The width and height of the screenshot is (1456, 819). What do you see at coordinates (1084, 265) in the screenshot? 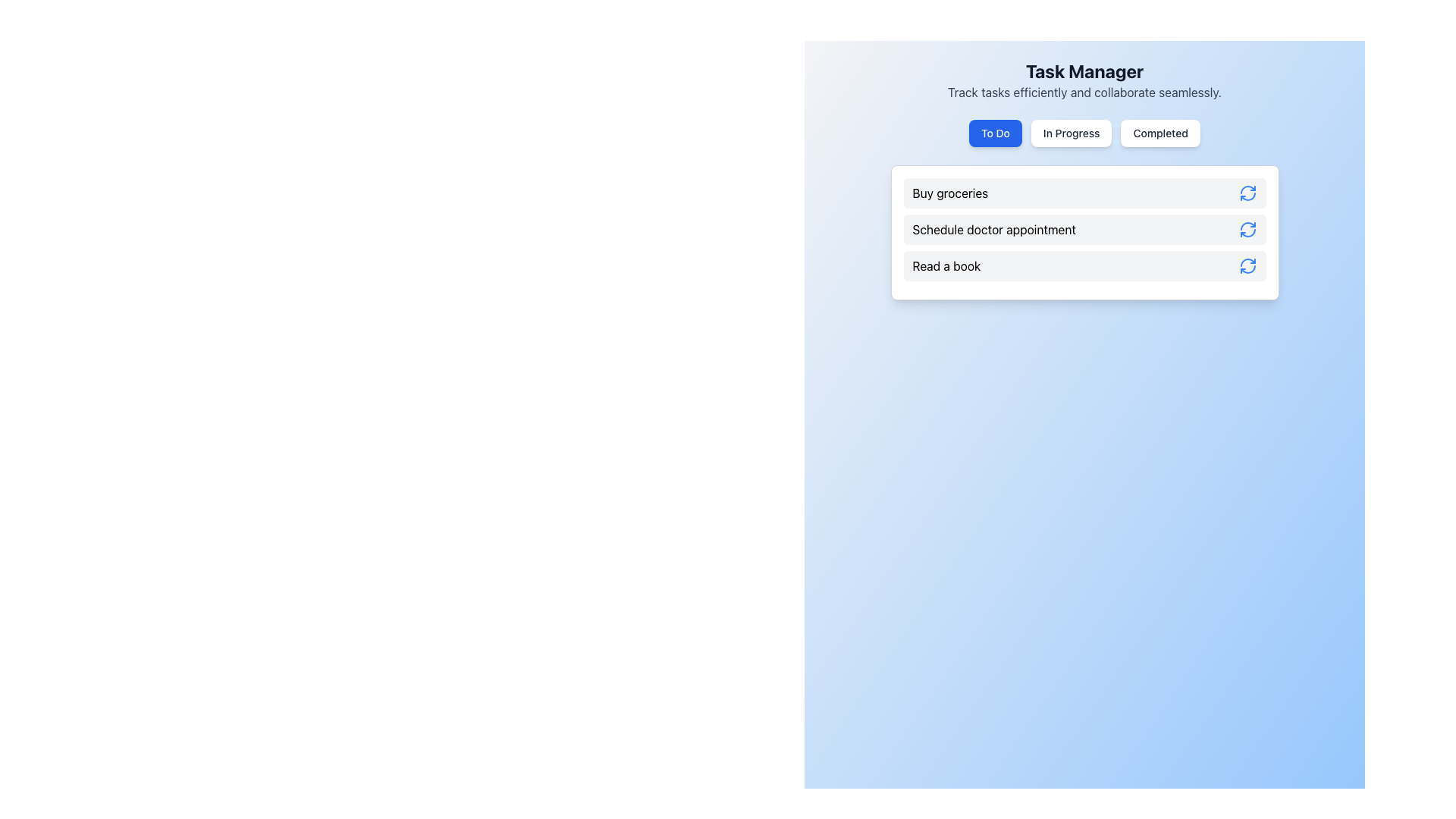
I see `the list item displaying the task 'Read a book', which is the third item in a vertical list within a white card` at bounding box center [1084, 265].